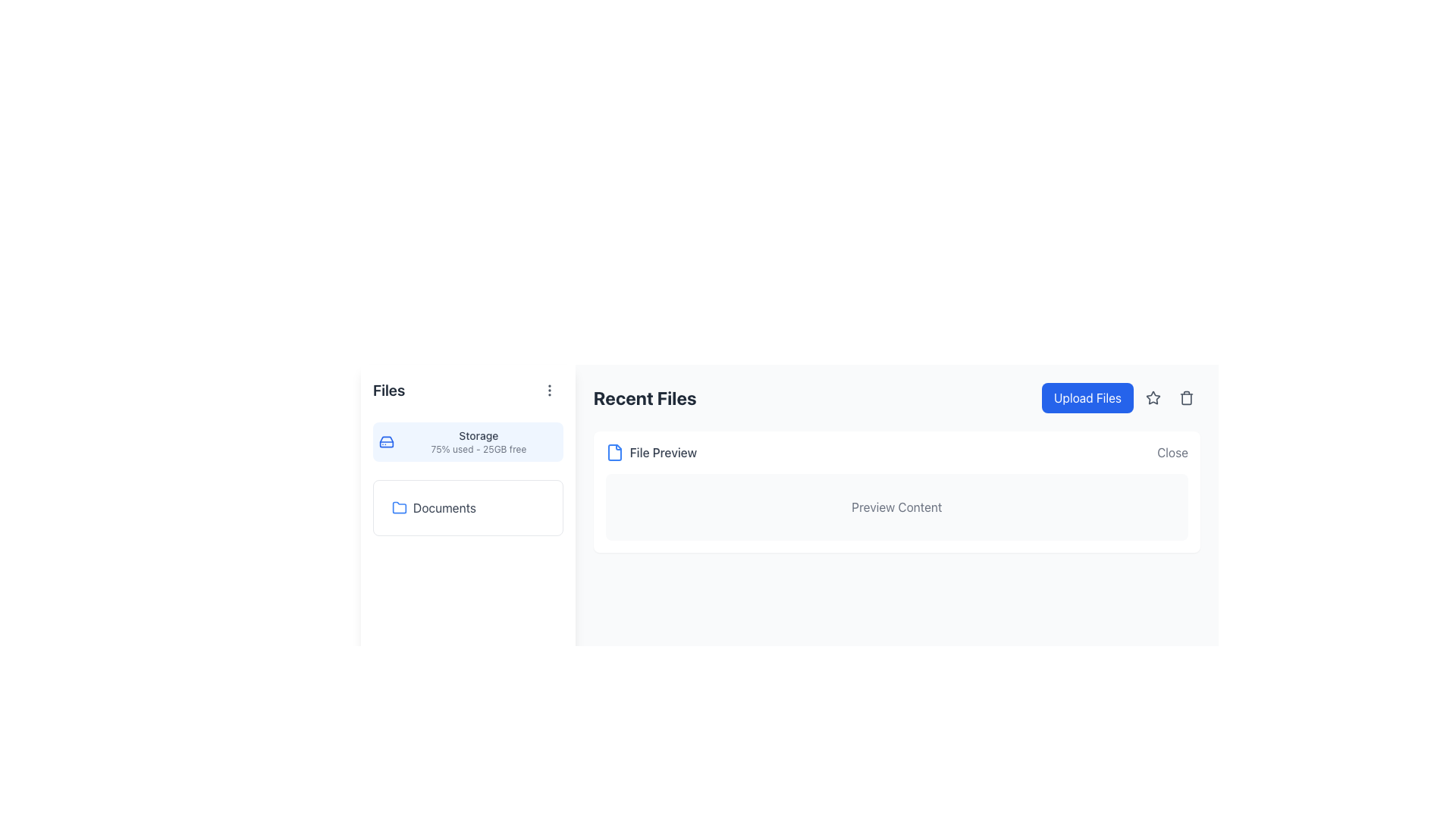 The height and width of the screenshot is (819, 1456). I want to click on the close button located on the far right of the 'File Preview' header, so click(1172, 452).